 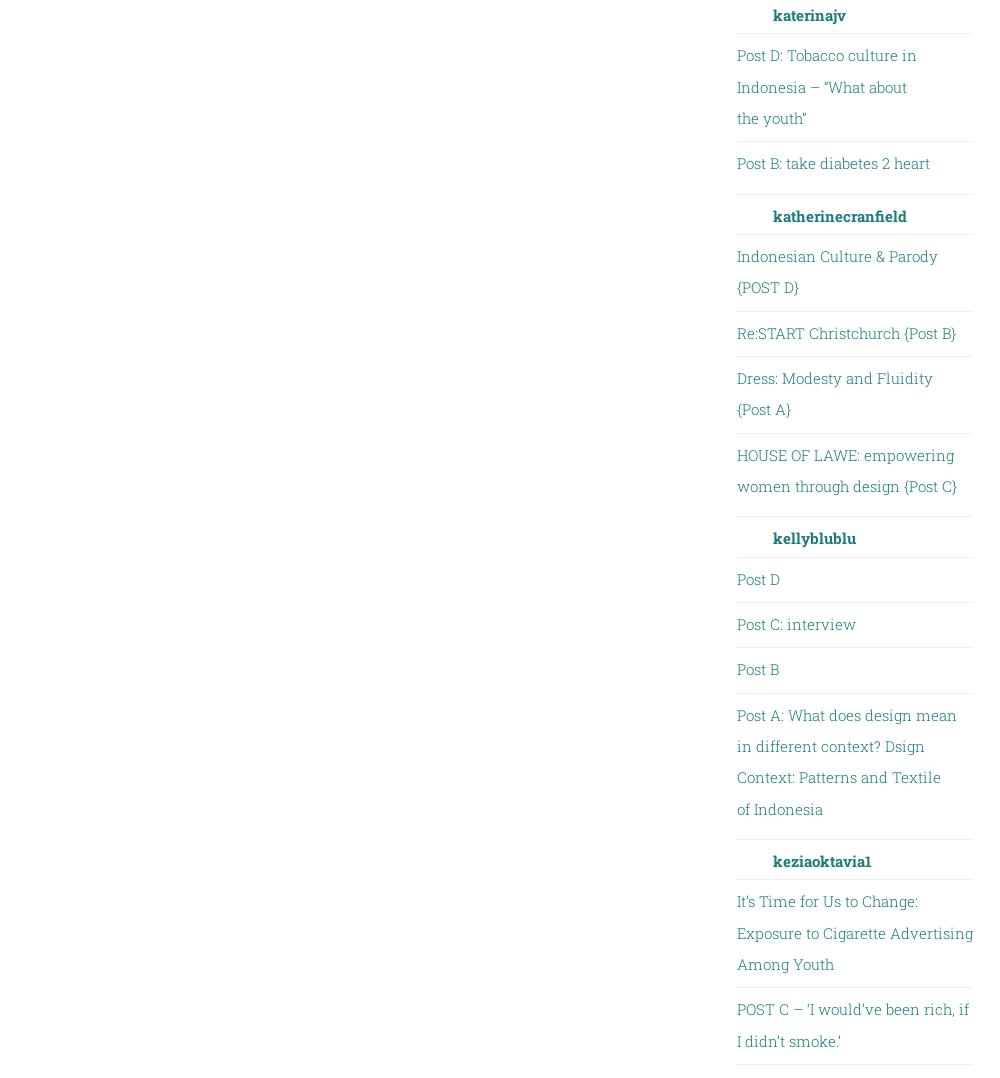 I want to click on 'POST C – ‘I would’ve been rich, if I didn’t smoke.’', so click(x=735, y=1023).